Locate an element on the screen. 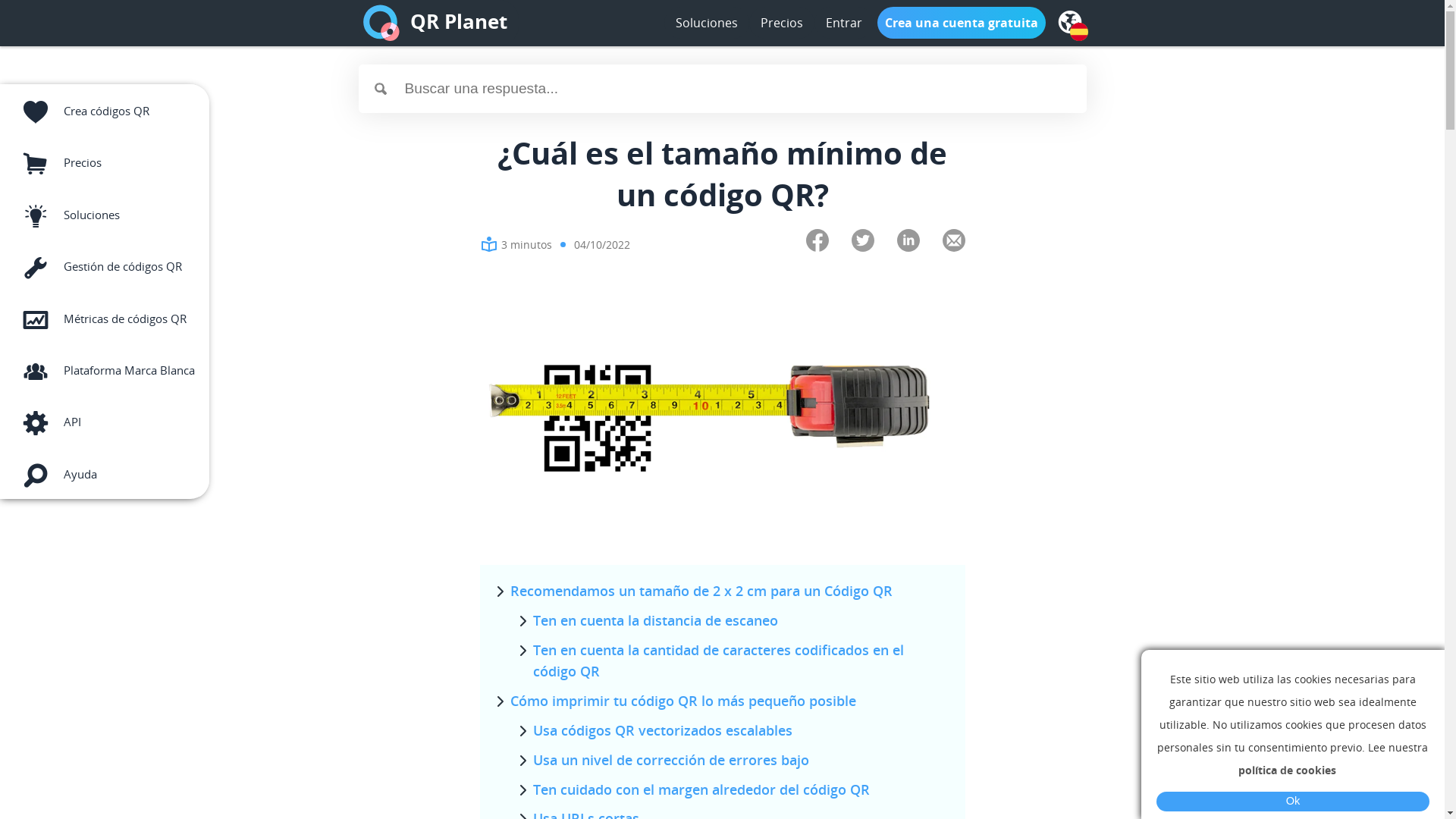  'Share via e-mail' is located at coordinates (952, 241).